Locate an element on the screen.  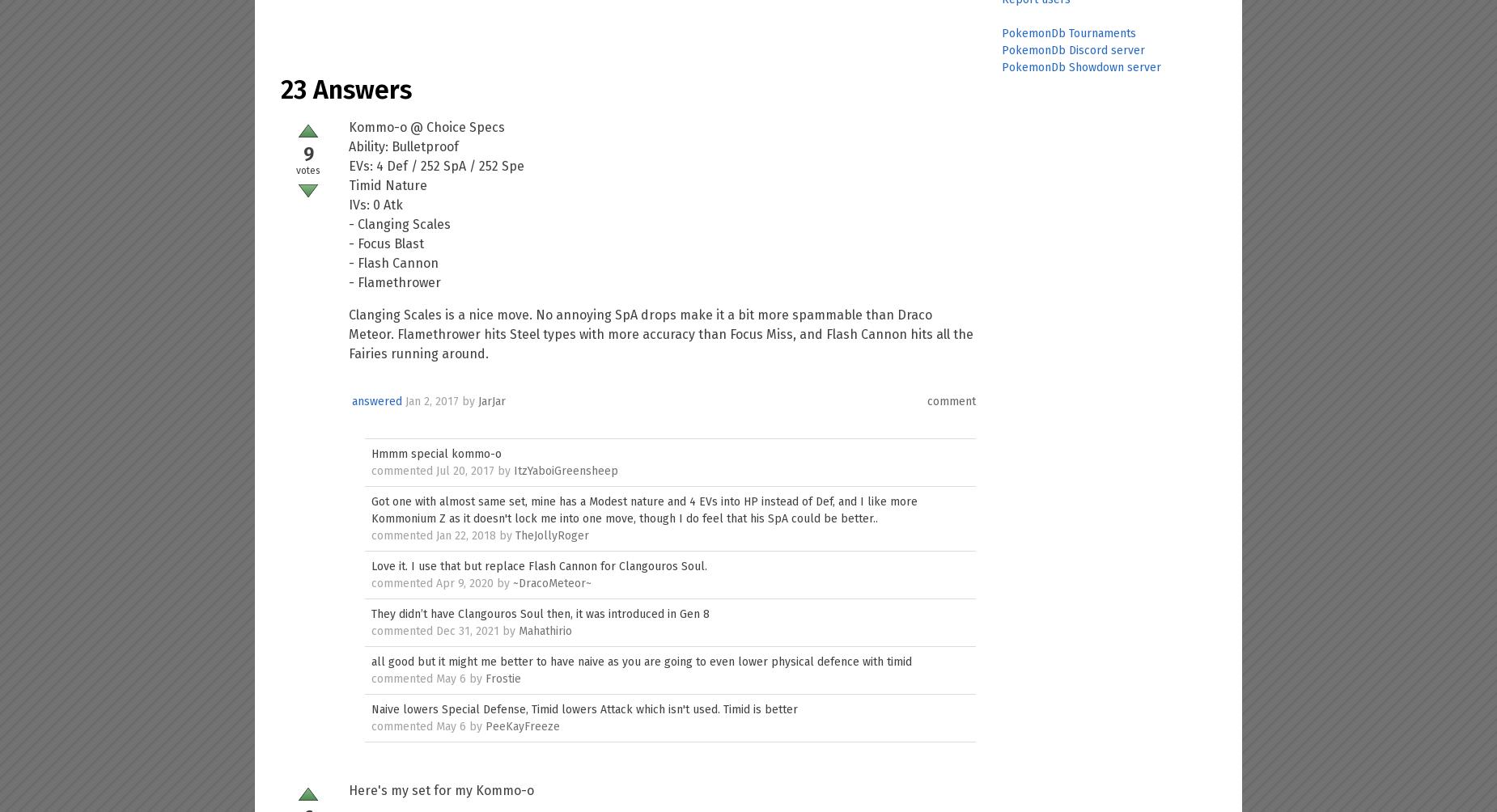
'They didn’t have Clangouros Soul then, it was introduced in Gen 8' is located at coordinates (541, 614).